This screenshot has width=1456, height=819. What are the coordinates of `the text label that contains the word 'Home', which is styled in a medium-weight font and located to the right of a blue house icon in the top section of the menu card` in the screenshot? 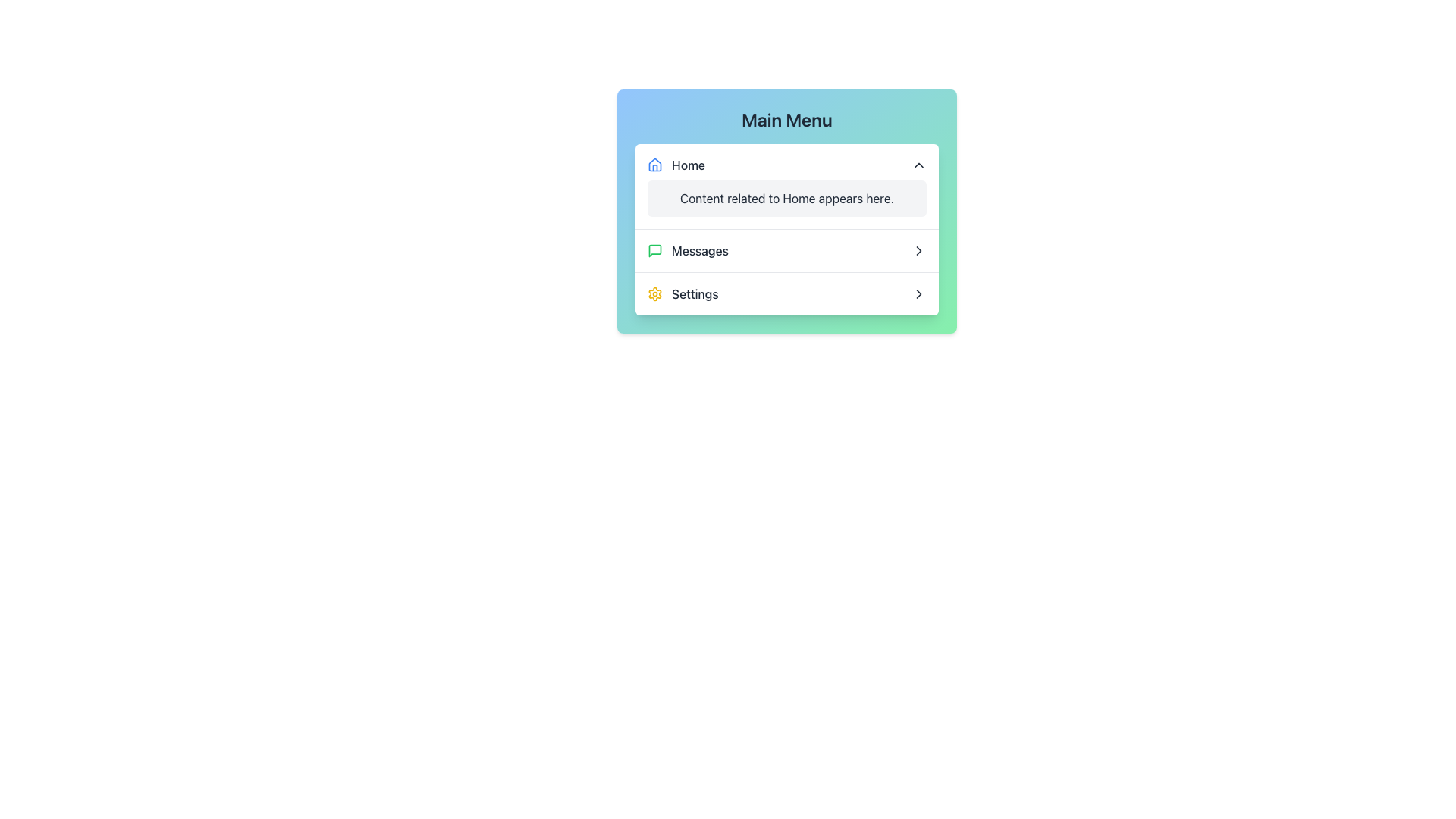 It's located at (687, 165).